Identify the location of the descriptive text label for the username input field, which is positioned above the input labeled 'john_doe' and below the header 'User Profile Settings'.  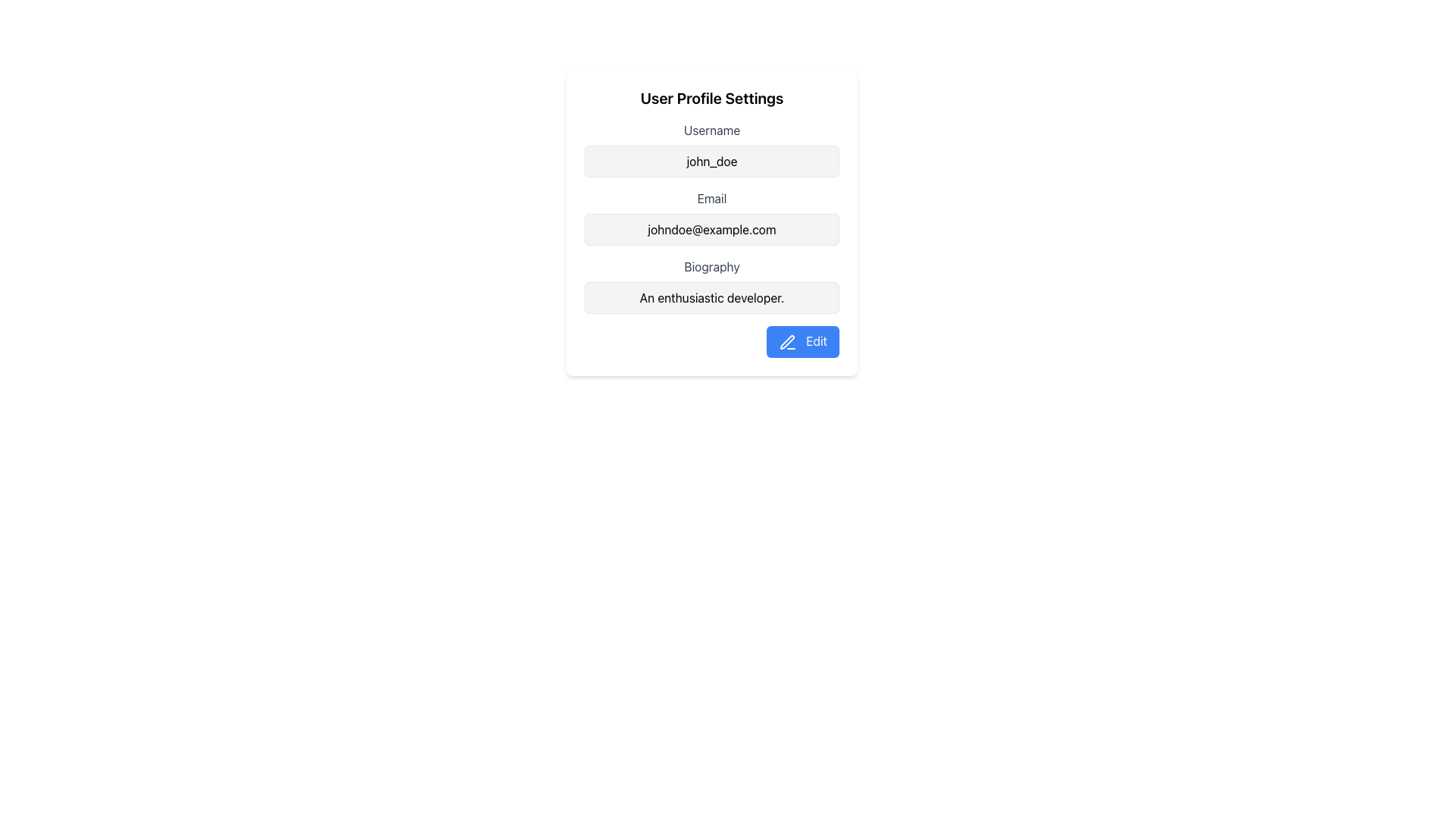
(711, 130).